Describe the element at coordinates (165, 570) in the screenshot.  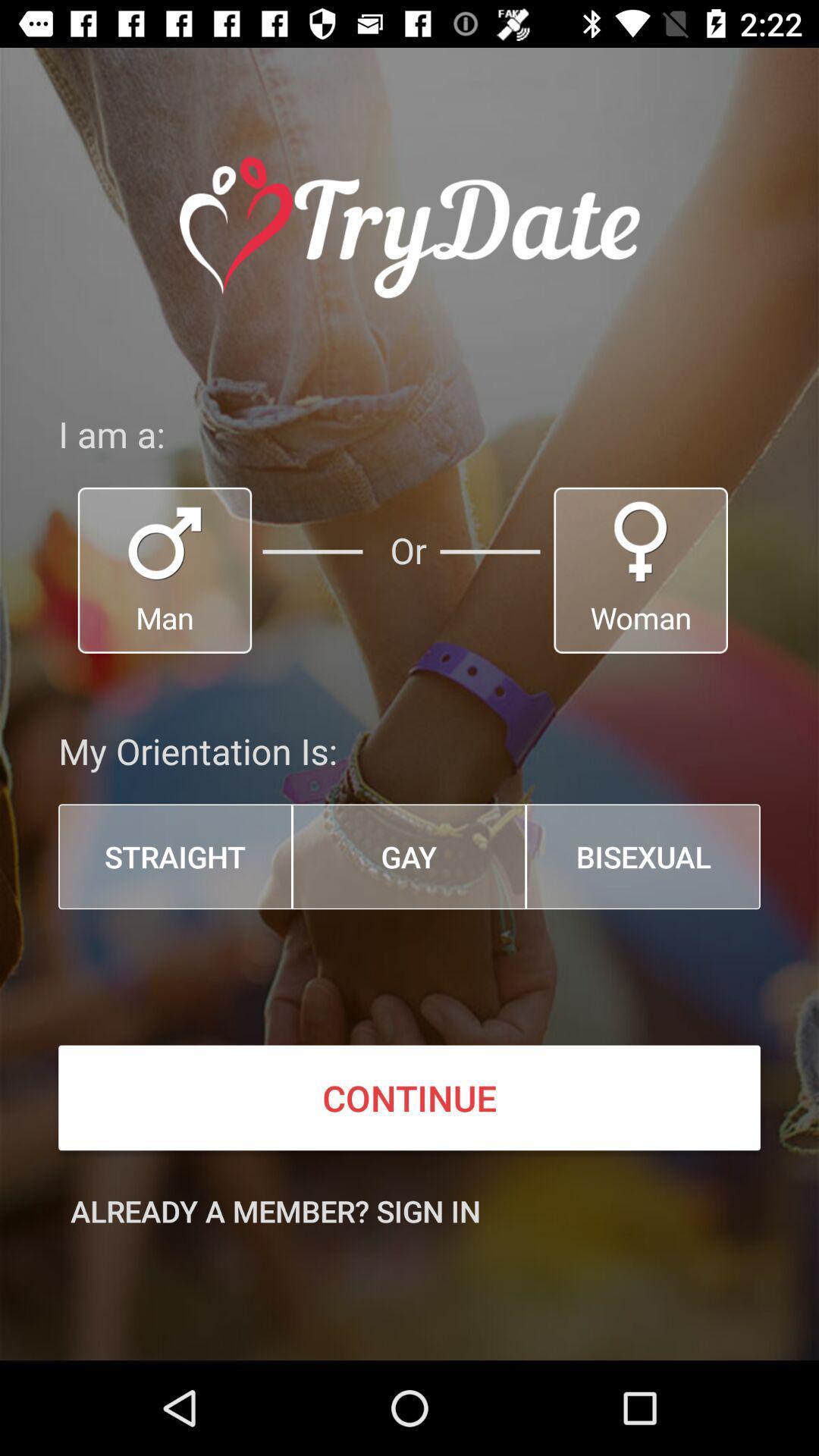
I see `gender` at that location.